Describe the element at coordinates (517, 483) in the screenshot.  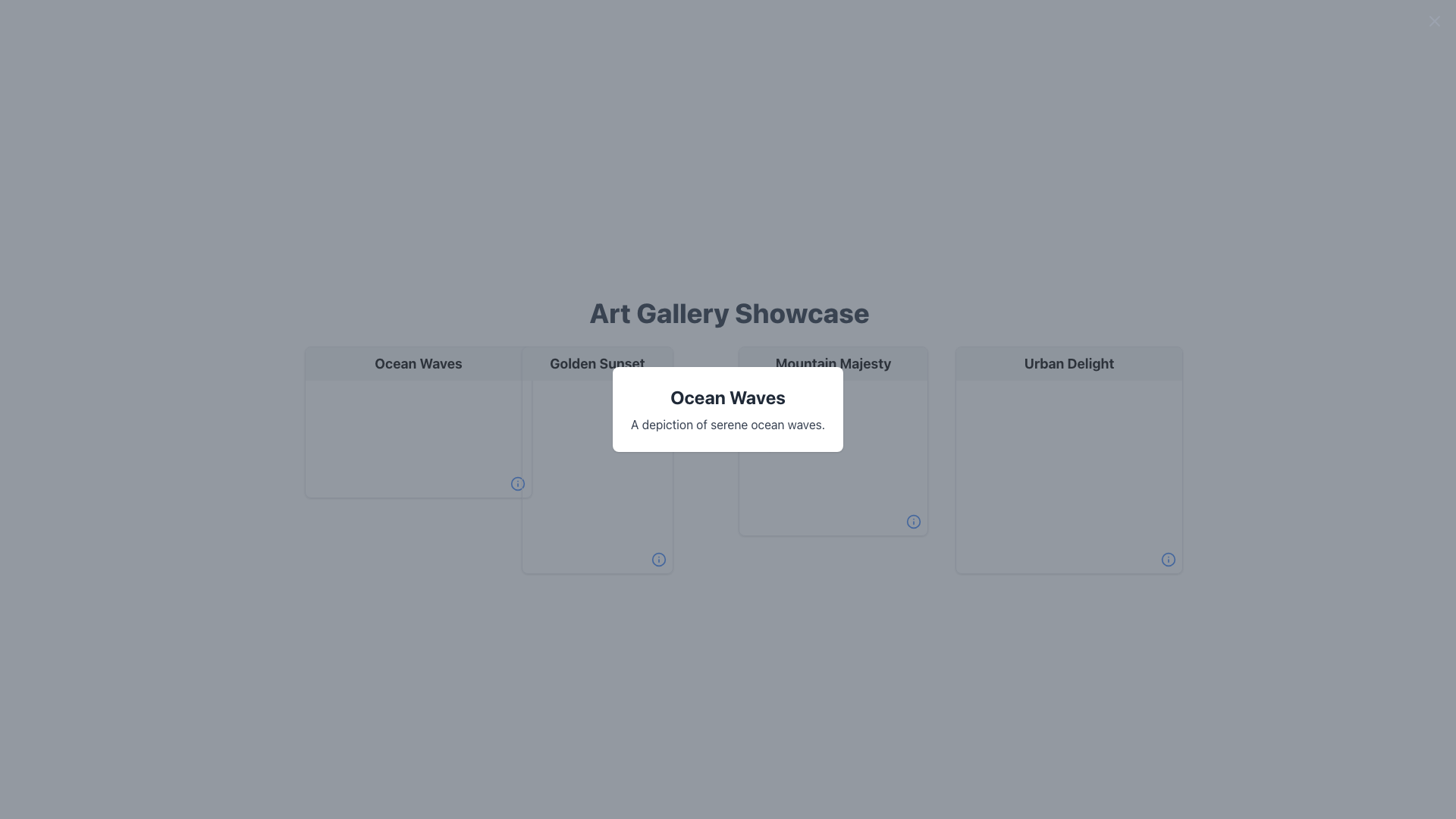
I see `the interactive 'information' icon button located at the bottom-right corner inside the 'Ocean Waves' card` at that location.